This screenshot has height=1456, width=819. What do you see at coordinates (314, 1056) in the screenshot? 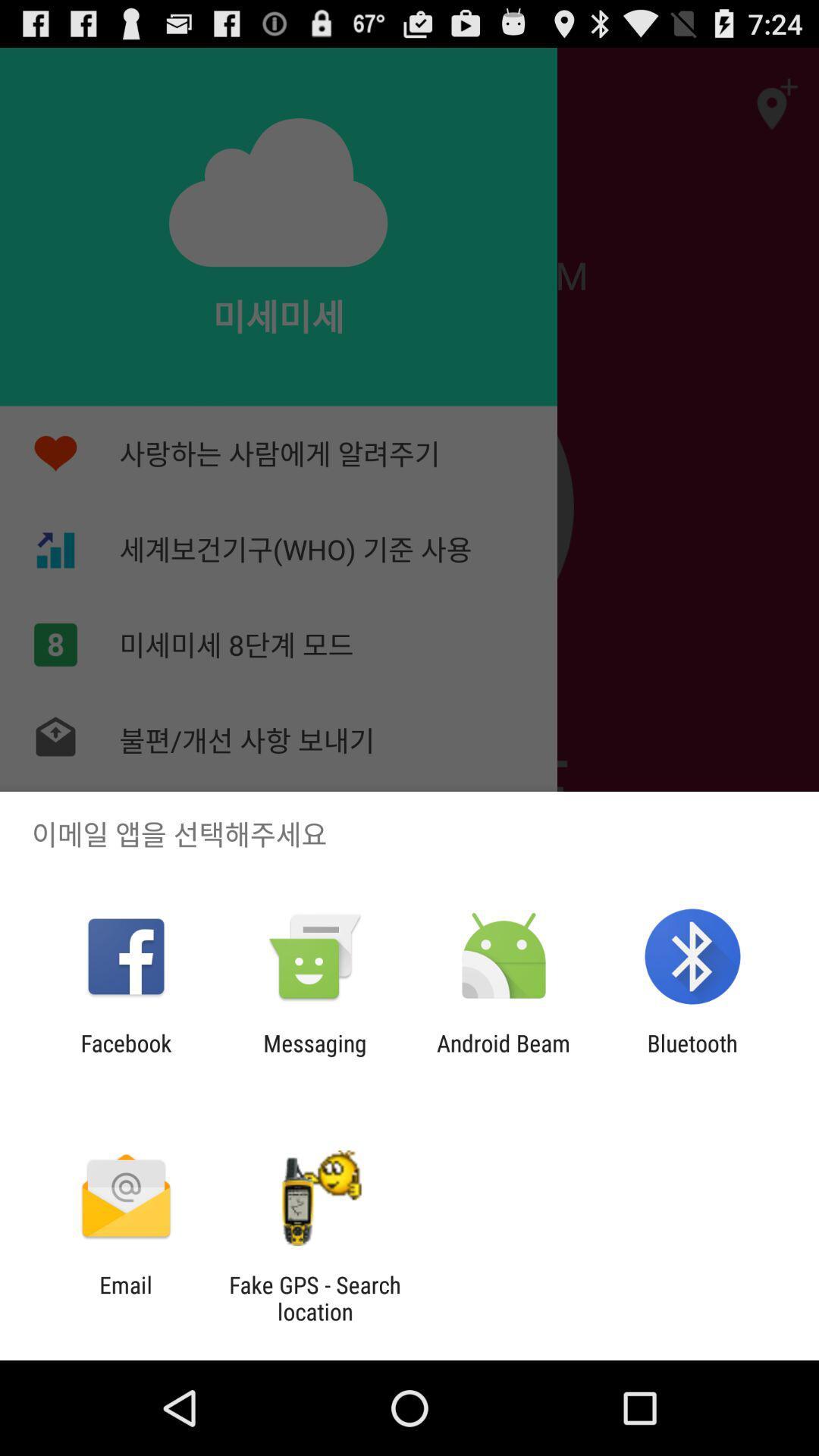
I see `the icon next to facebook` at bounding box center [314, 1056].